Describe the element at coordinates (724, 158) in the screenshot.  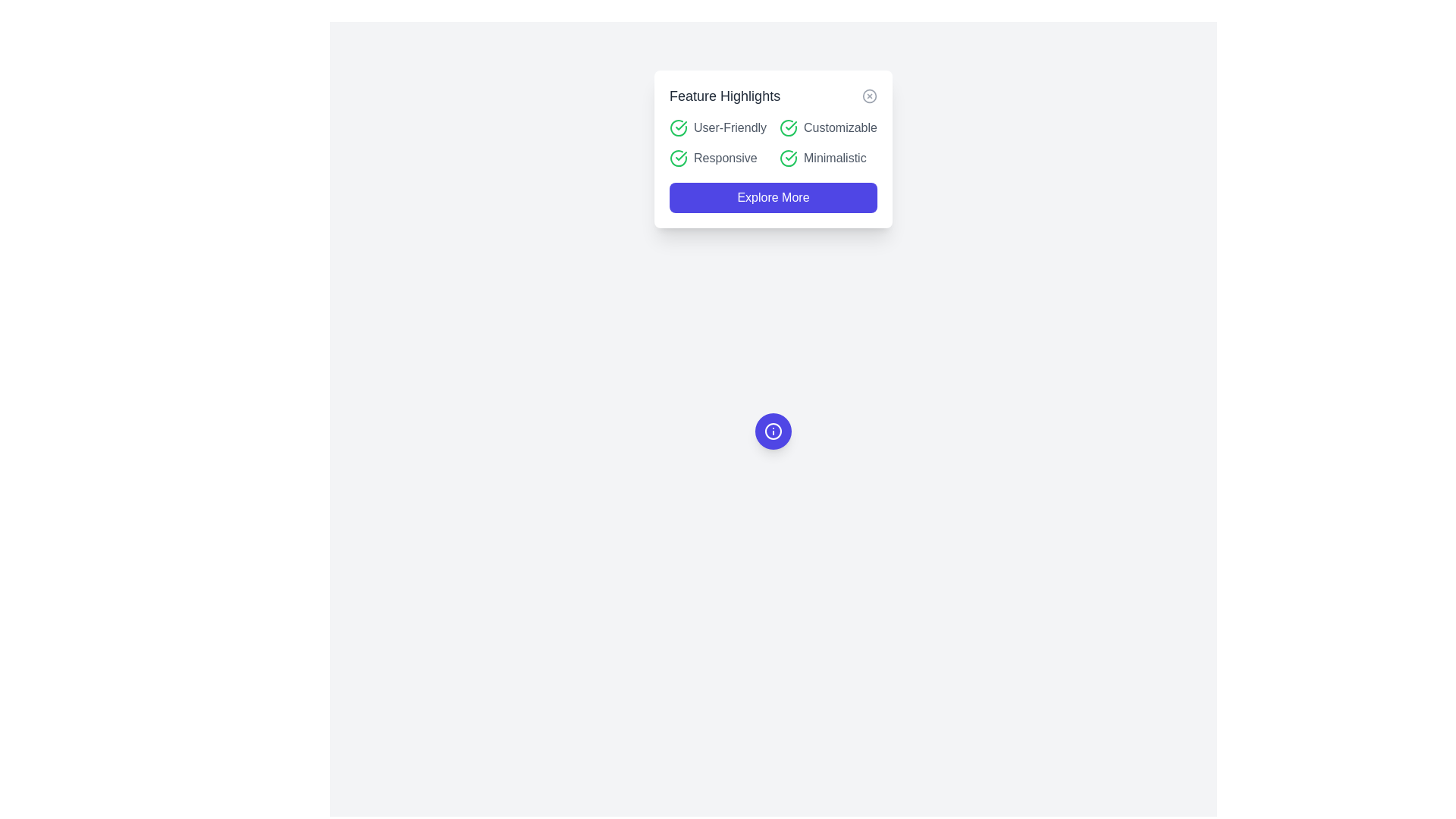
I see `the 'Responsive' text label located in the 'Feature Highlights' panel, which is the third item in the vertical list of feature descriptions` at that location.